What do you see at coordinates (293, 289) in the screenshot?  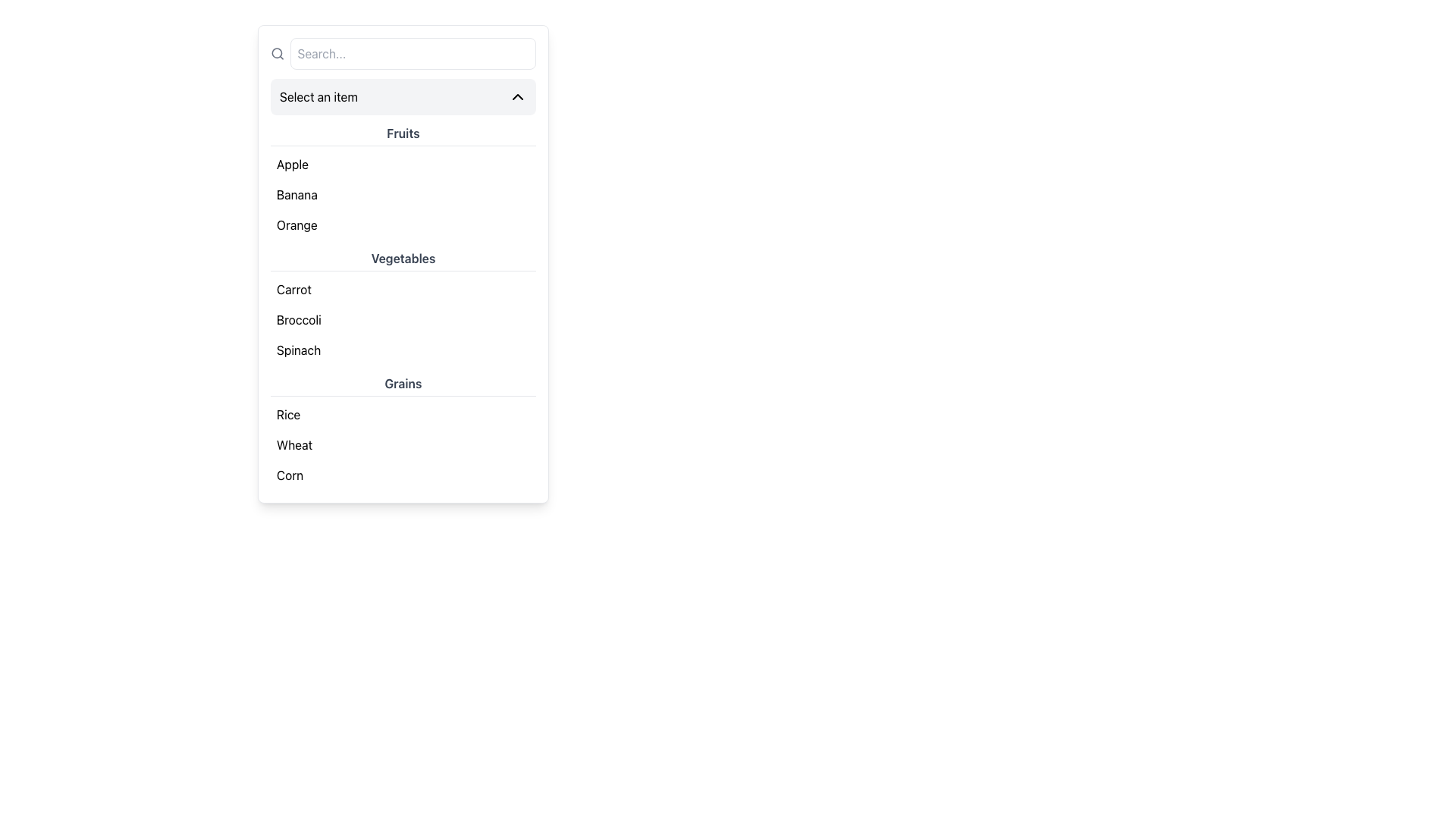 I see `the 'Carrot' text item in the dropdown list under the 'Vegetables' category` at bounding box center [293, 289].